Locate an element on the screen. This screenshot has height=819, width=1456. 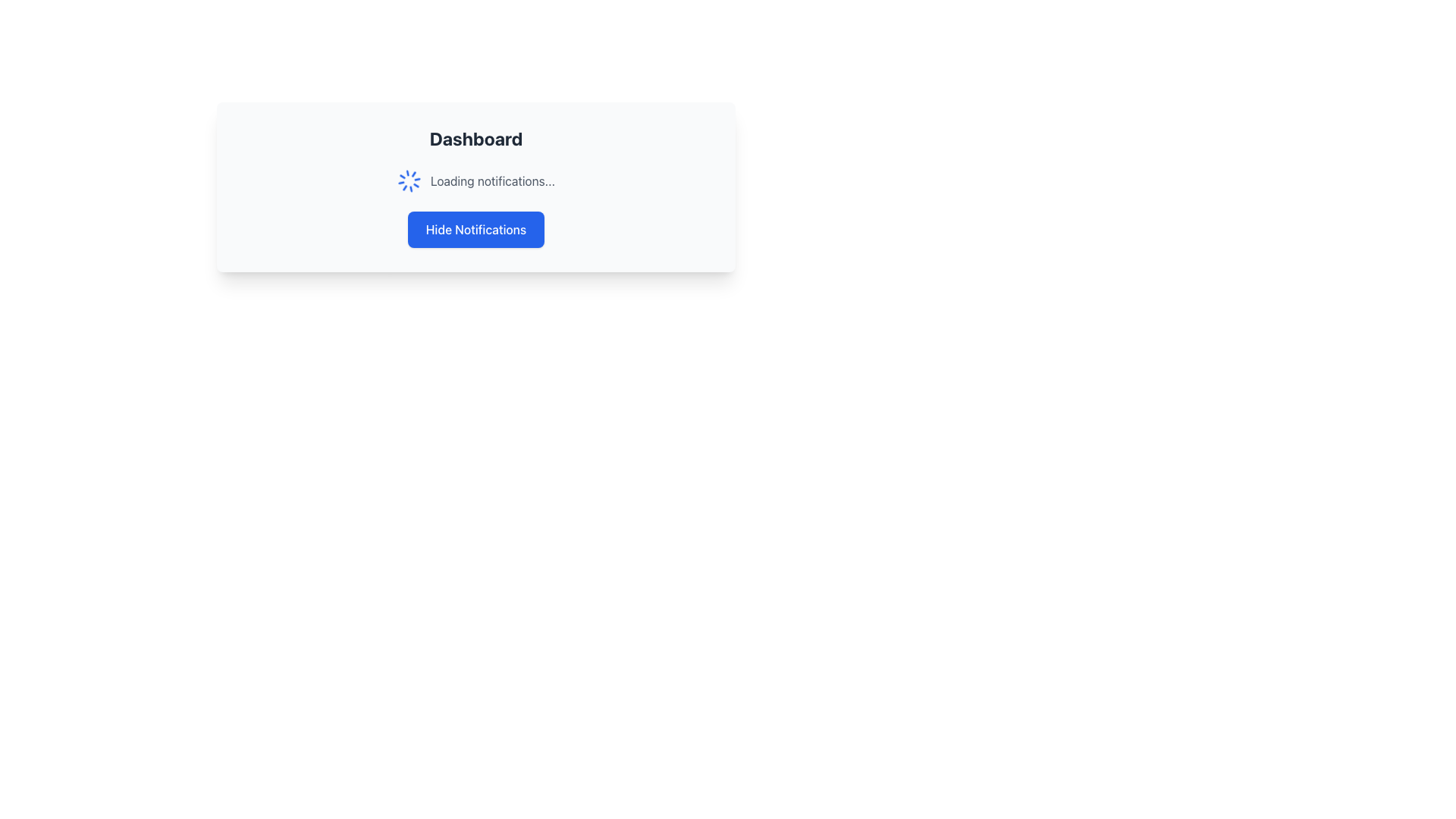
the text label displaying 'Loading notifications...' which is styled in gray and positioned above the 'Hide Notifications' button is located at coordinates (492, 180).